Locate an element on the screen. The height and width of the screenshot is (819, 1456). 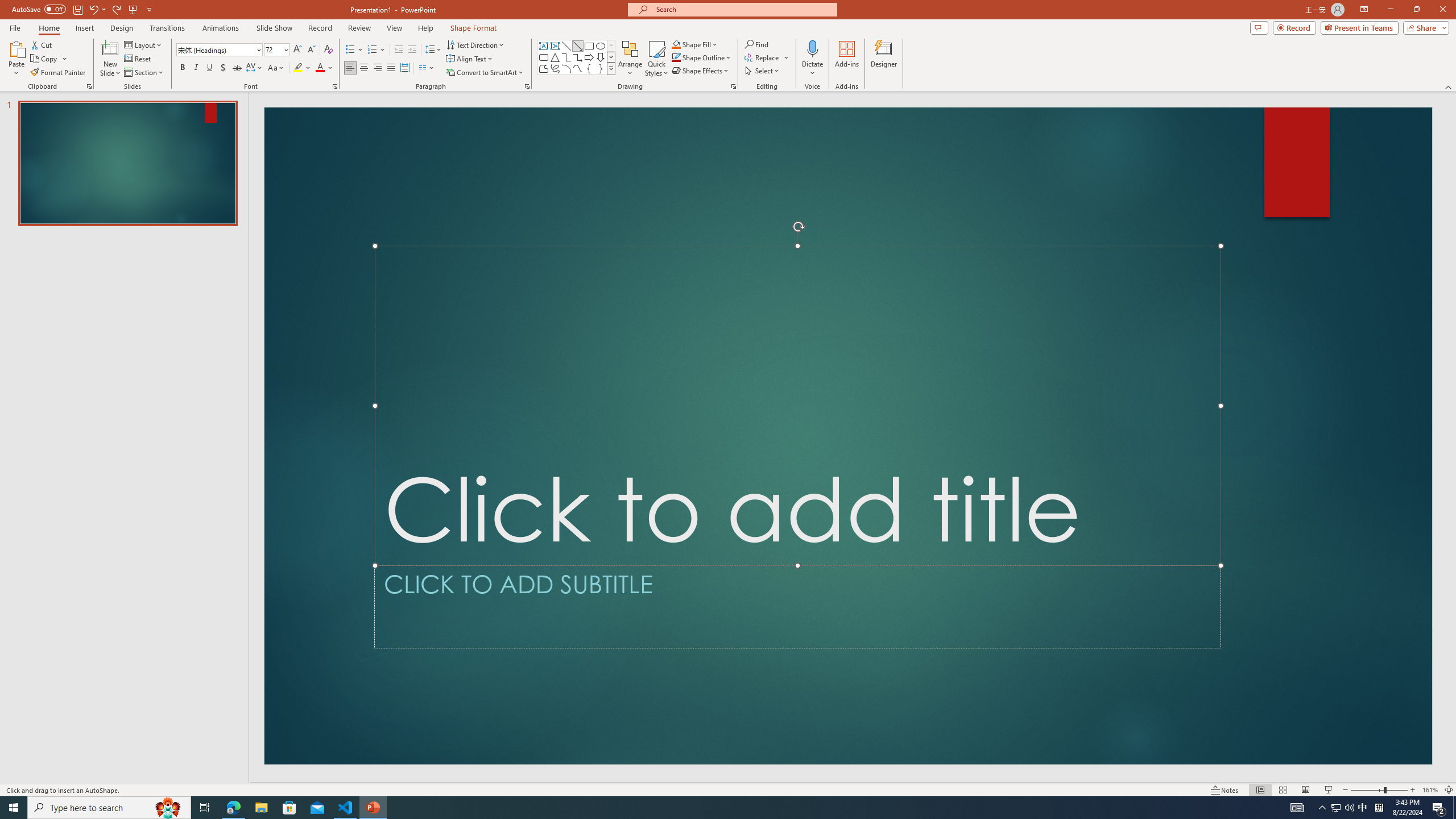
'Font Color' is located at coordinates (324, 67).